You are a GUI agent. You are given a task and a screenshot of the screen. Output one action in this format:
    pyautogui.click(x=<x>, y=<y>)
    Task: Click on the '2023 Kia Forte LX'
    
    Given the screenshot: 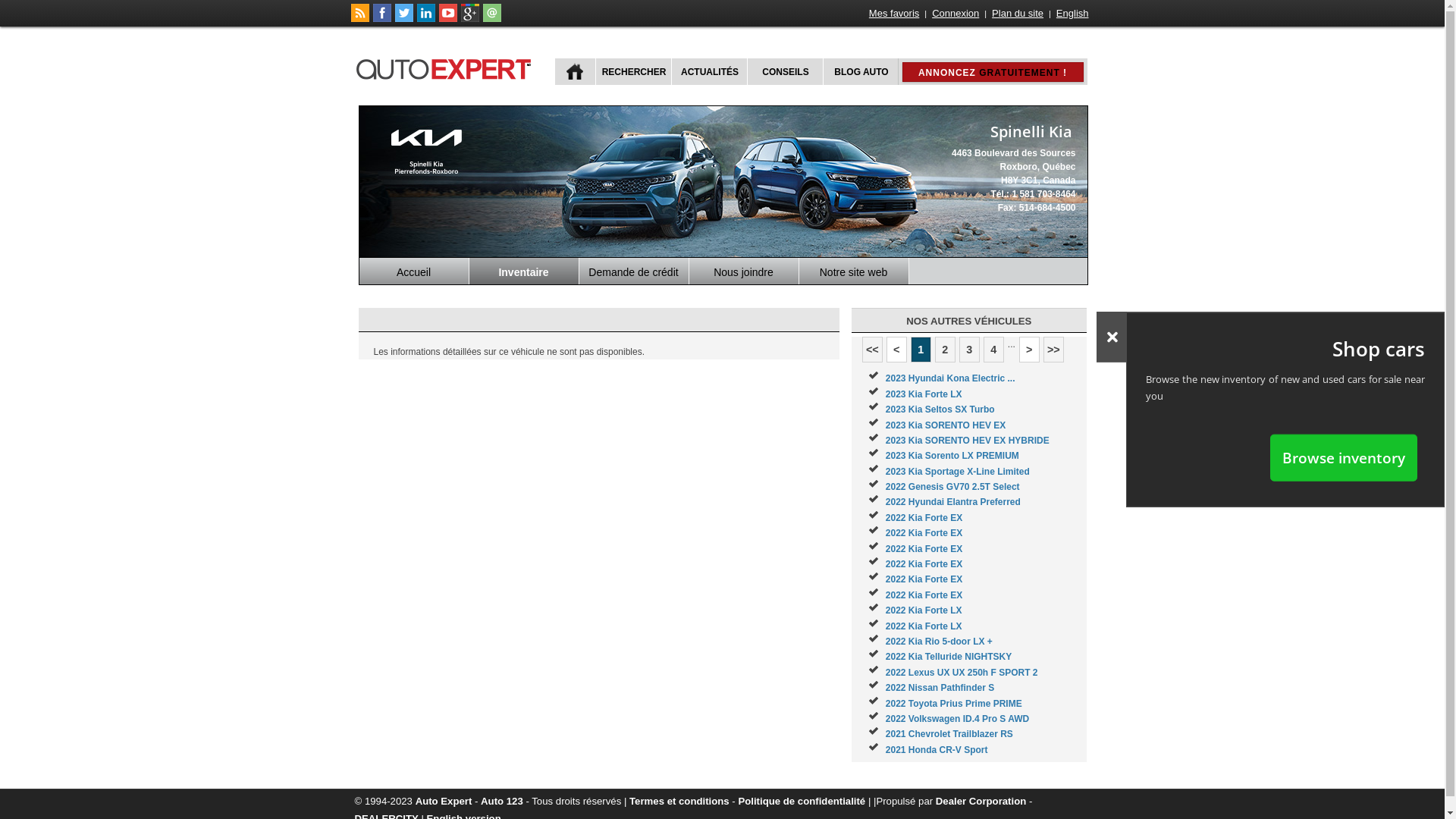 What is the action you would take?
    pyautogui.click(x=923, y=394)
    